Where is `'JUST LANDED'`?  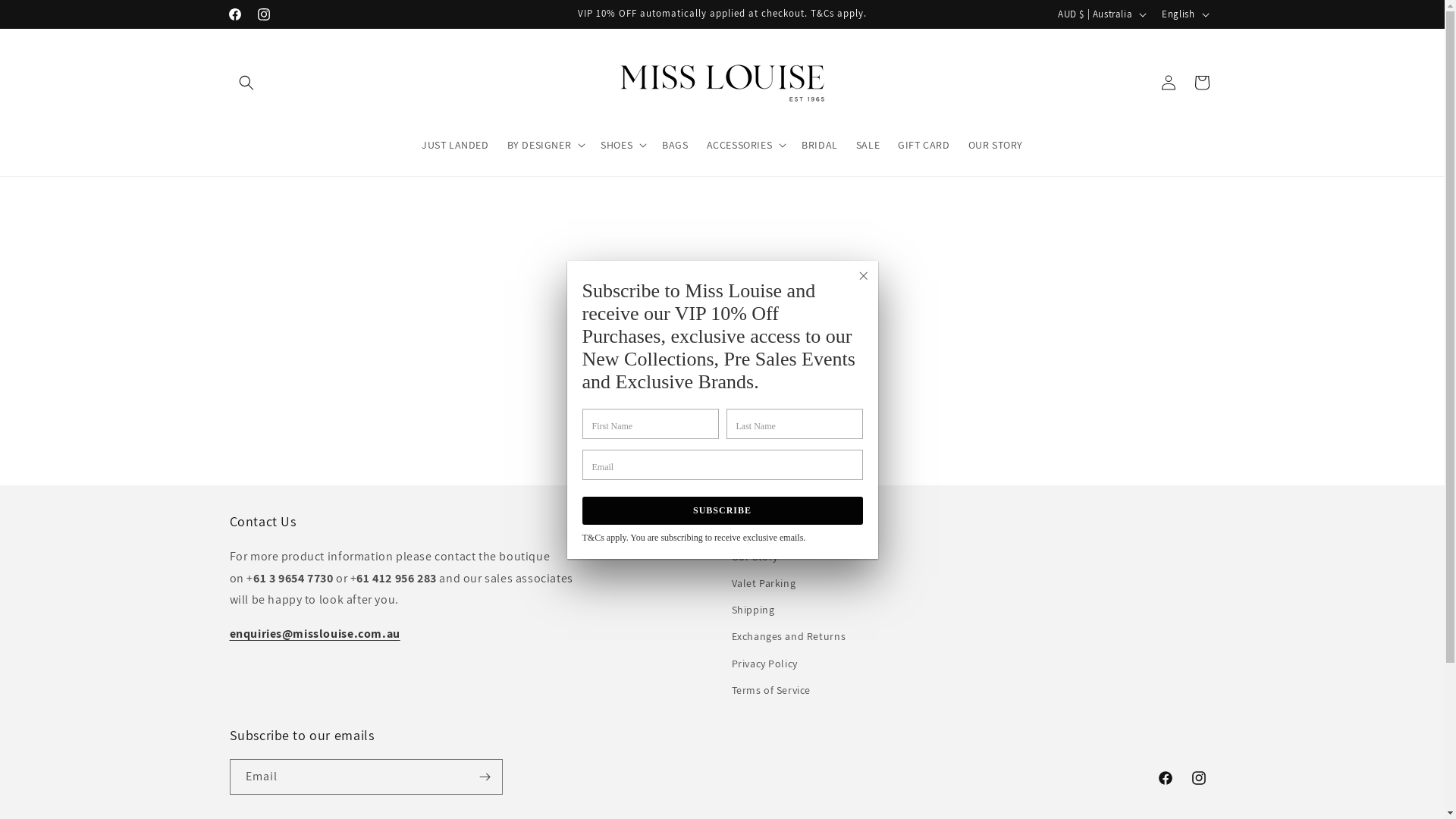
'JUST LANDED' is located at coordinates (412, 145).